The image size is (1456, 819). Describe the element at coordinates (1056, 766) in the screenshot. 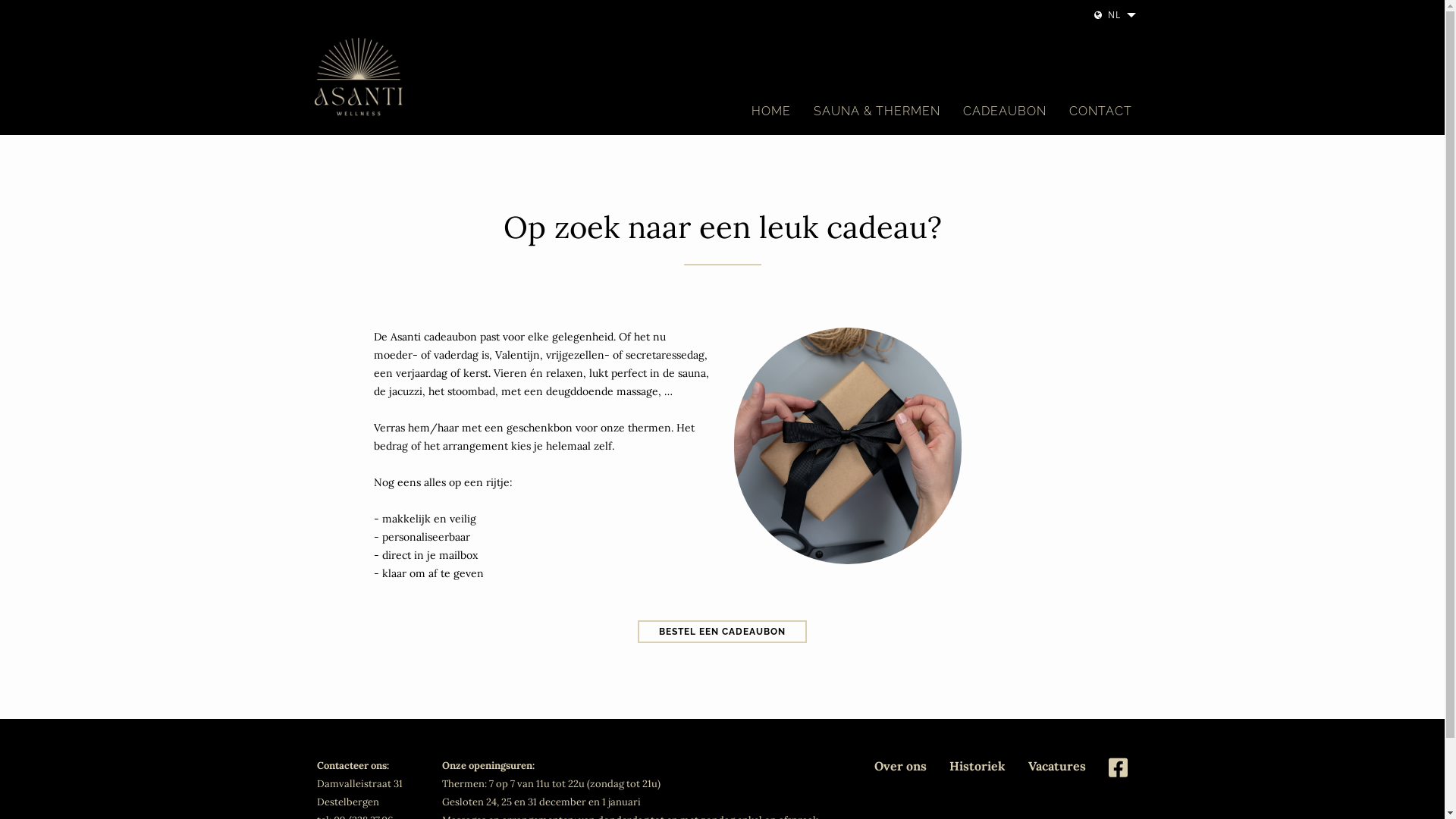

I see `'Vacatures'` at that location.